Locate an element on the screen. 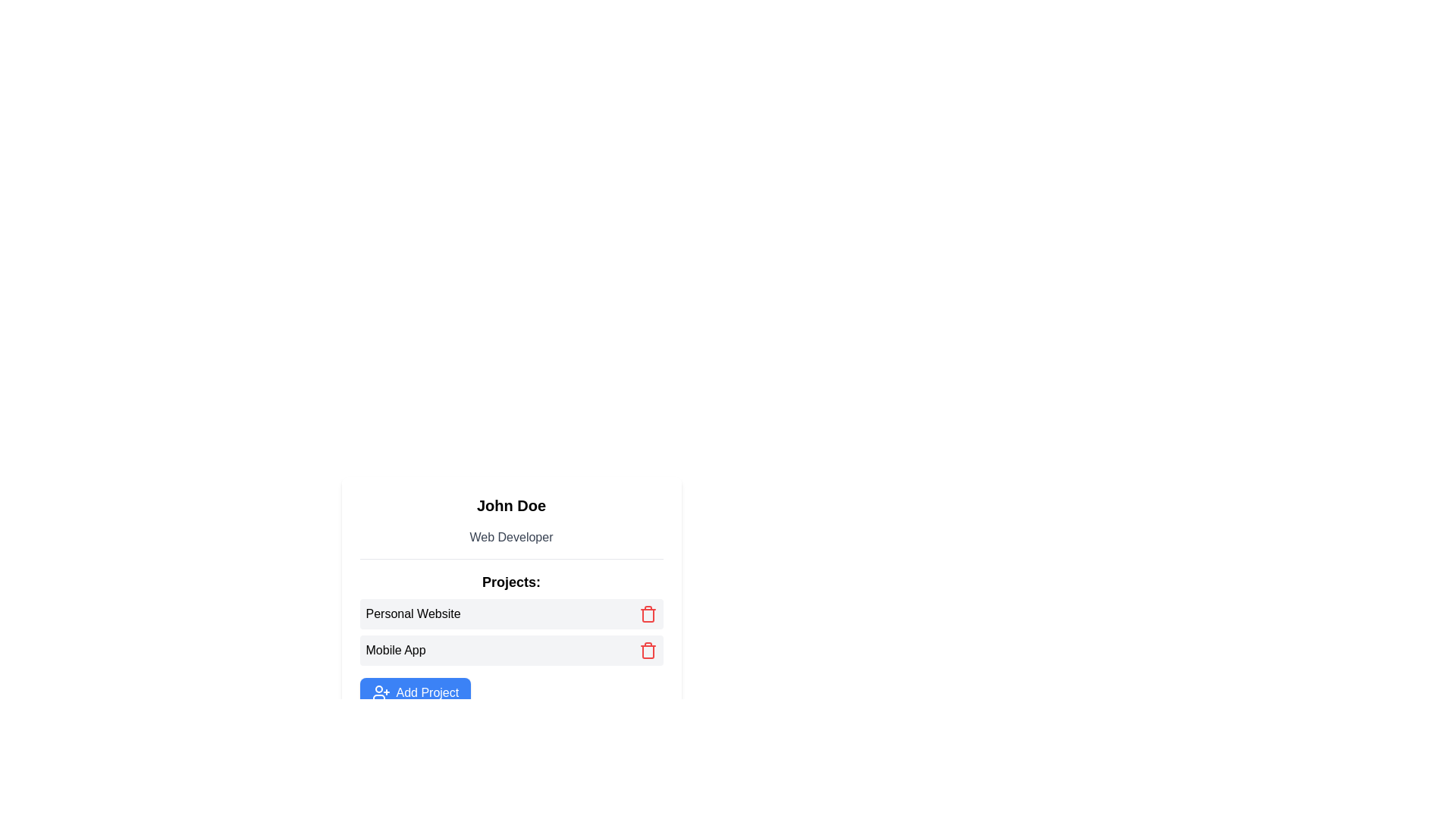 The image size is (1456, 819). the delete button located towards the right end of the 'Personal Website' item in the 'Projects' list is located at coordinates (648, 614).